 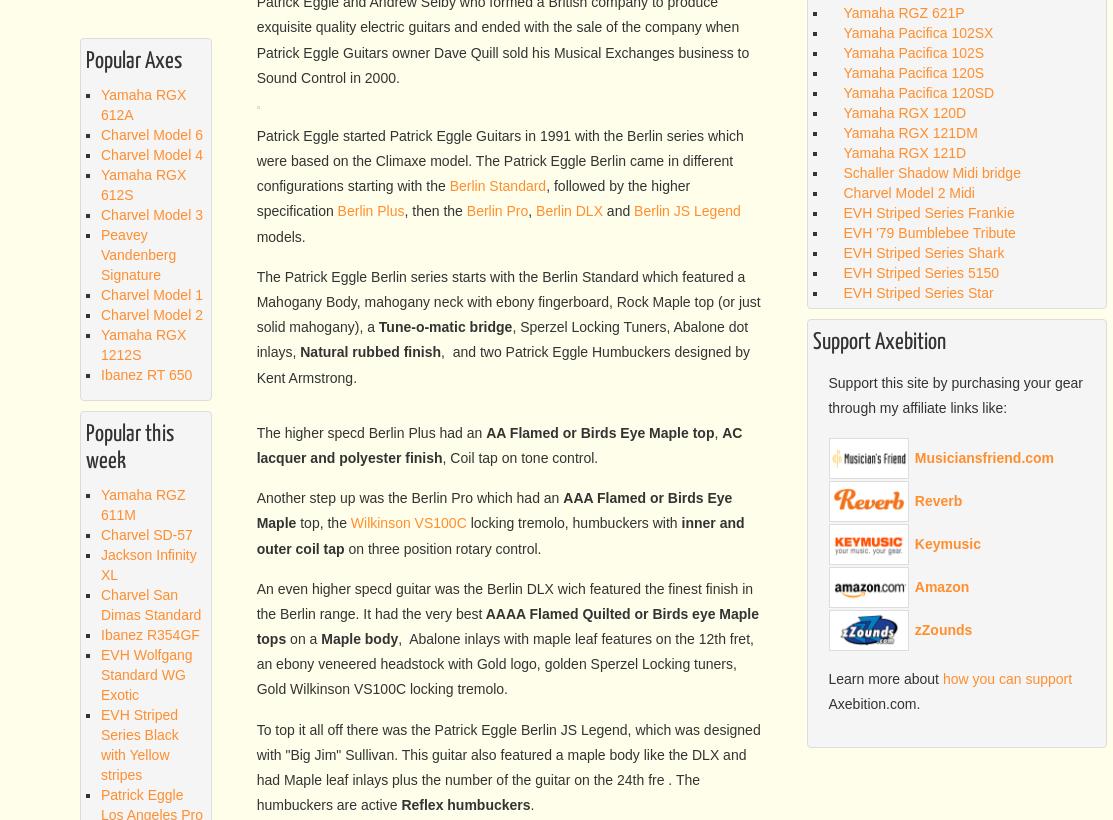 I want to click on 'Reverb', so click(x=937, y=500).